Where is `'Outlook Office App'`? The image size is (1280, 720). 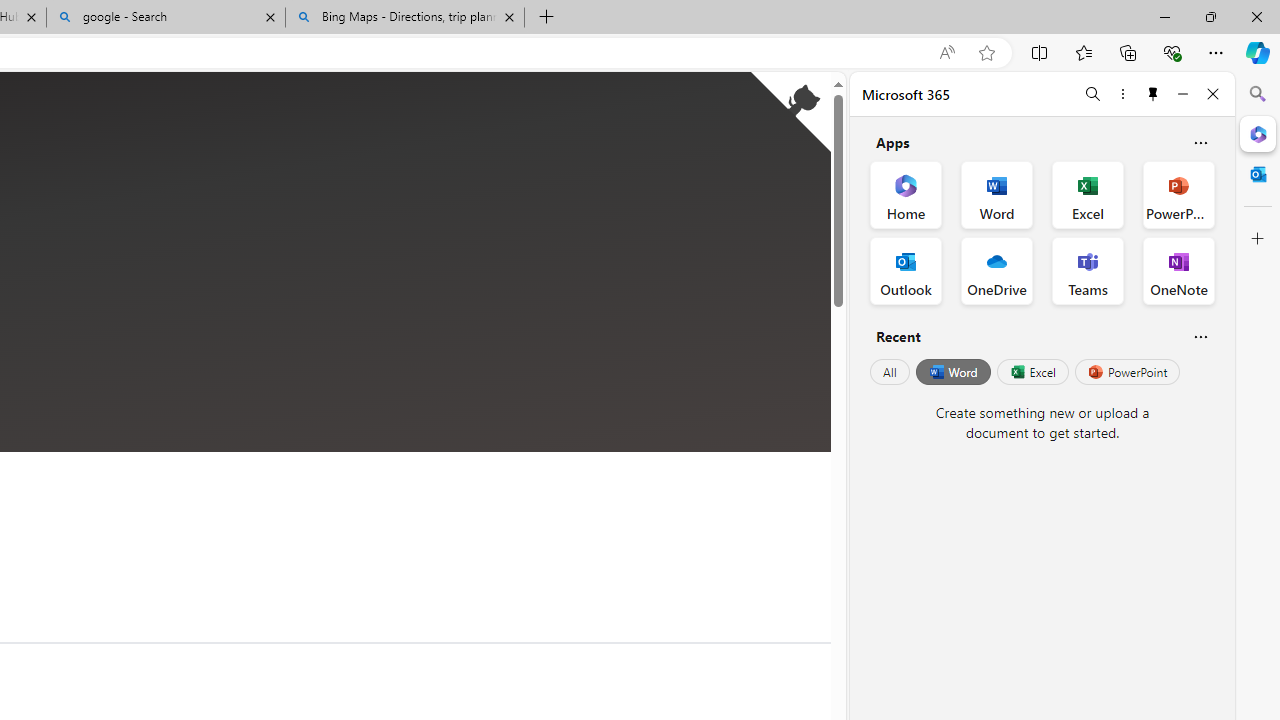 'Outlook Office App' is located at coordinates (905, 271).